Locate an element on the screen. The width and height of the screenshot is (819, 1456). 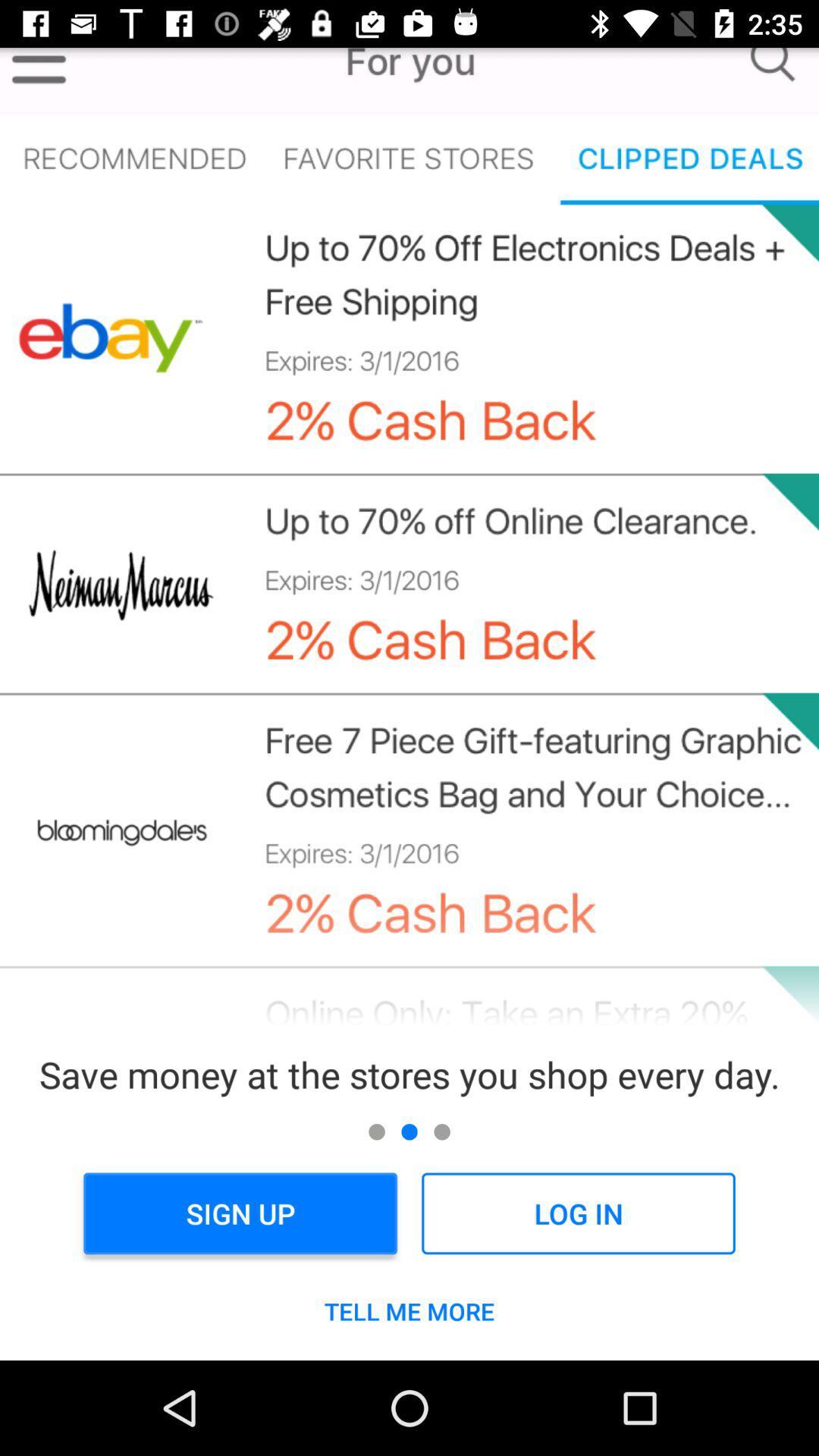
the icon below the sign up is located at coordinates (409, 1310).